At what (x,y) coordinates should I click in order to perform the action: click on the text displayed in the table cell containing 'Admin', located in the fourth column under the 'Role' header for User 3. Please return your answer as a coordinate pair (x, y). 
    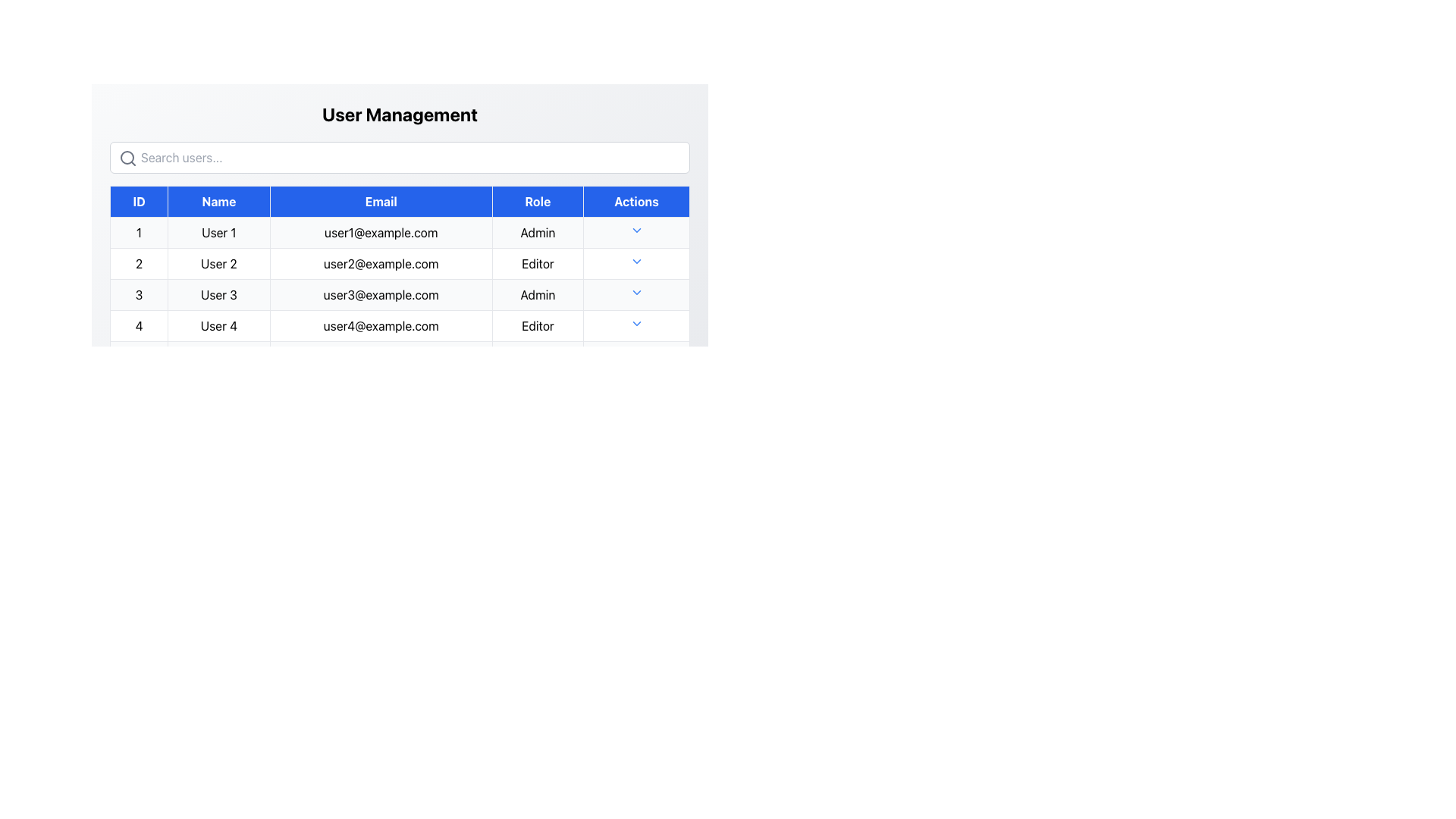
    Looking at the image, I should click on (538, 295).